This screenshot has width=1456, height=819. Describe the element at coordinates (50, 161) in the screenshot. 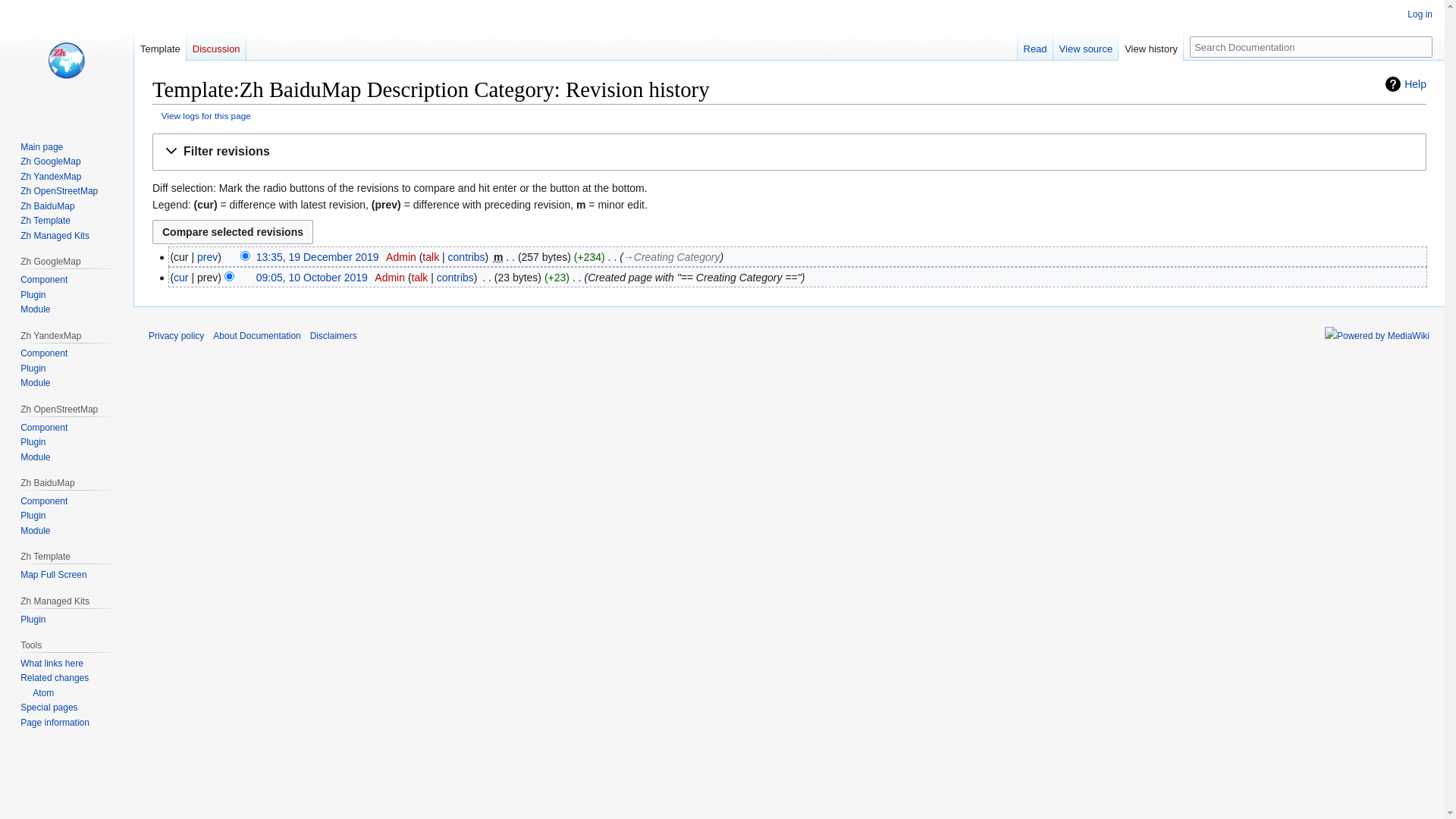

I see `'Zh GoogleMap'` at that location.